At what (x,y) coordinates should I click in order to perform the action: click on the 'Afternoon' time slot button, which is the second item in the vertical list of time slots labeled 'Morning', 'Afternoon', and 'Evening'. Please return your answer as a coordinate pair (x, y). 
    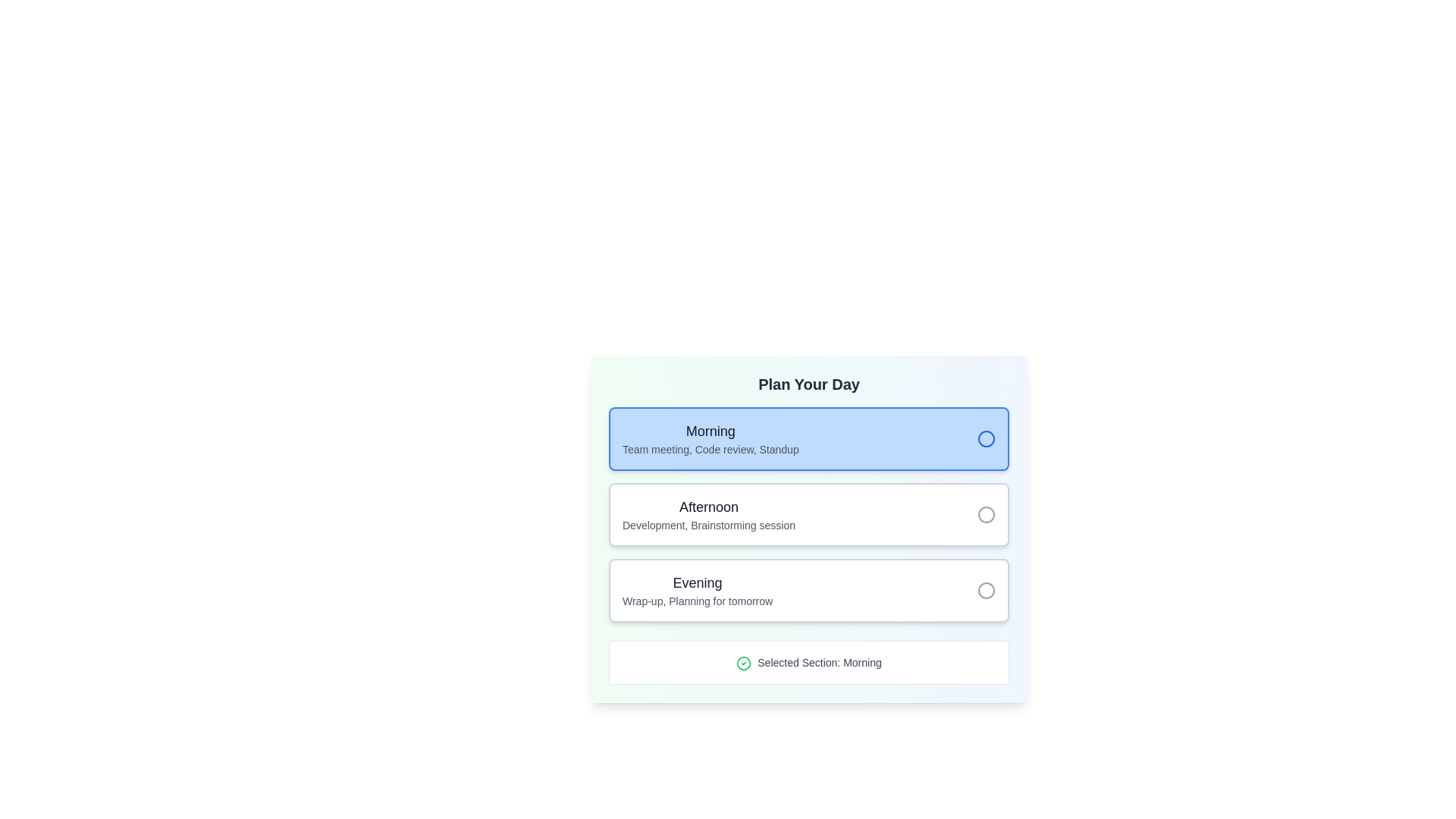
    Looking at the image, I should click on (808, 513).